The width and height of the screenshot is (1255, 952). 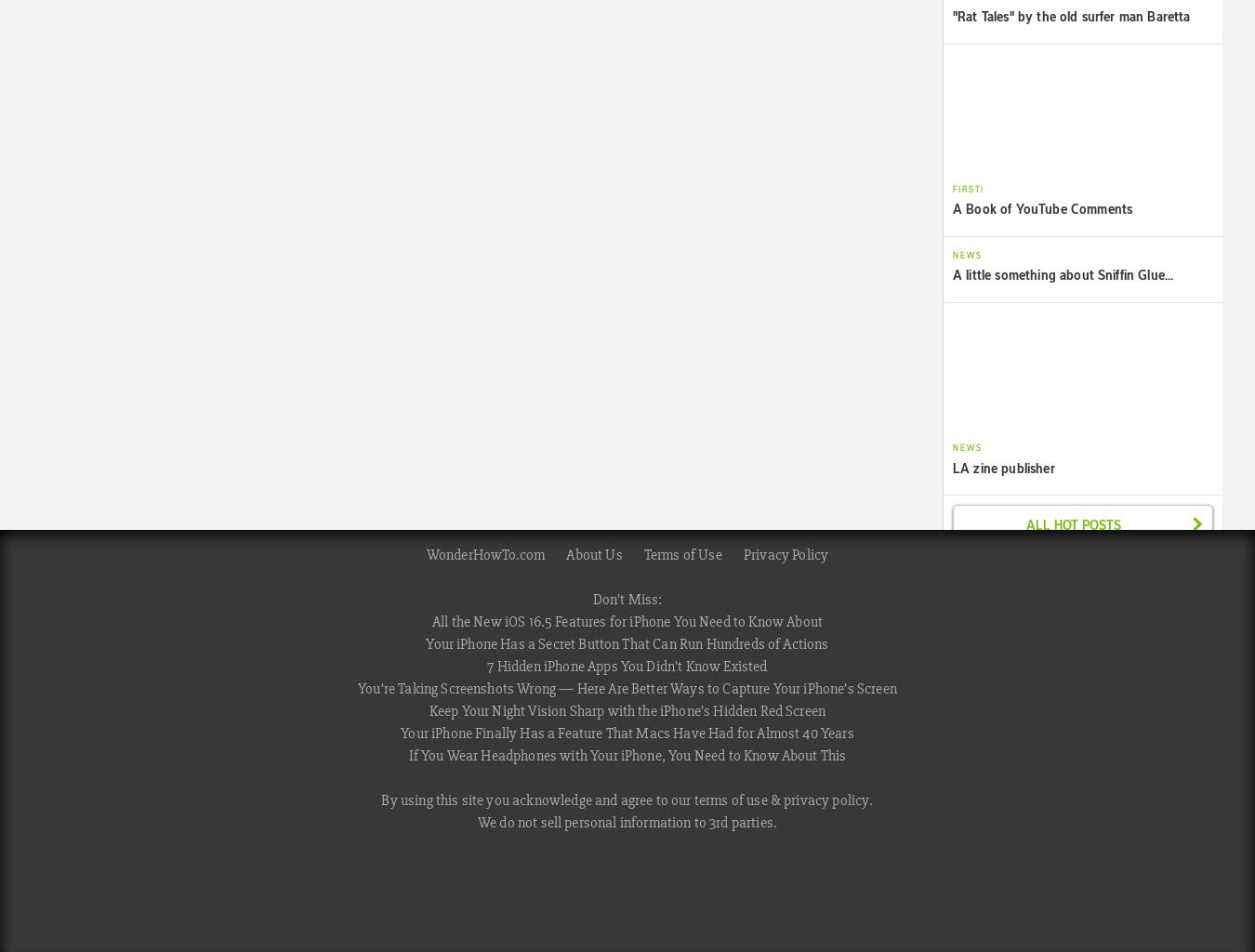 I want to click on '7 Hidden iPhone Apps You Didn’t Know Existed', so click(x=485, y=667).